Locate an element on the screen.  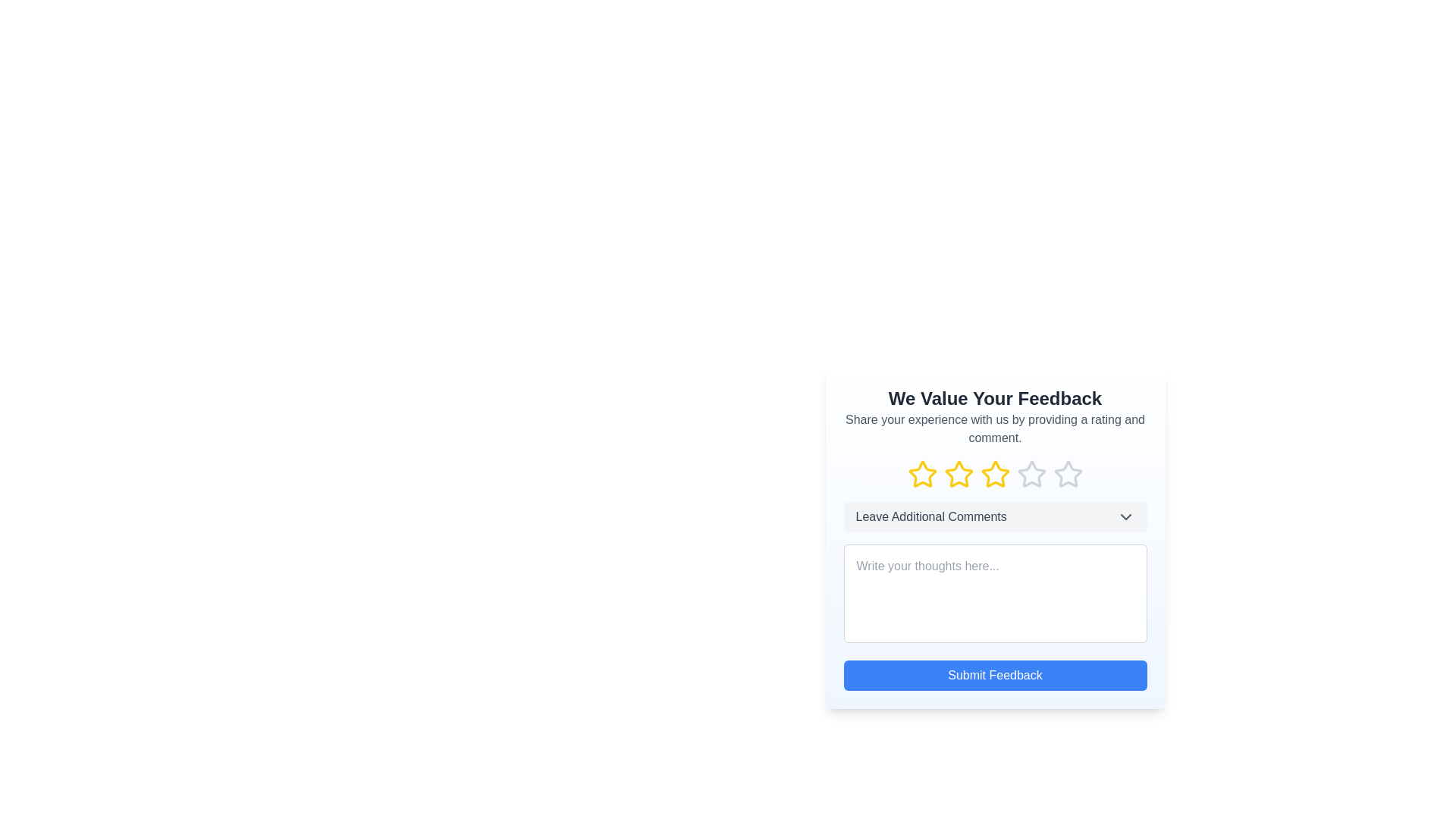
the fifth star-shaped rating icon, which is styled with a gray outline and changes to yellow on hover is located at coordinates (1067, 473).